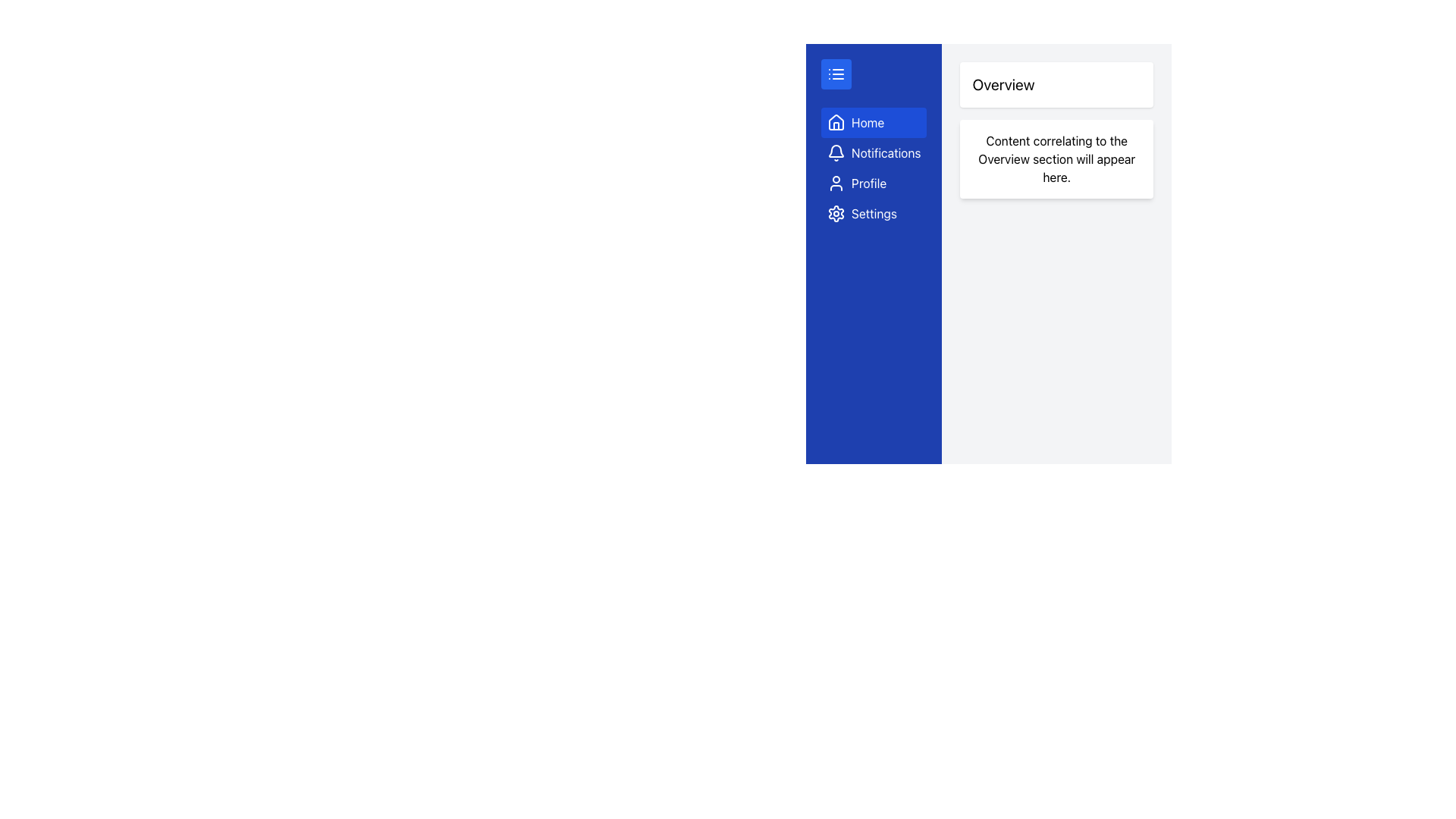 This screenshot has height=819, width=1456. I want to click on the 'Profile' text label in the sidebar menu, so click(869, 183).